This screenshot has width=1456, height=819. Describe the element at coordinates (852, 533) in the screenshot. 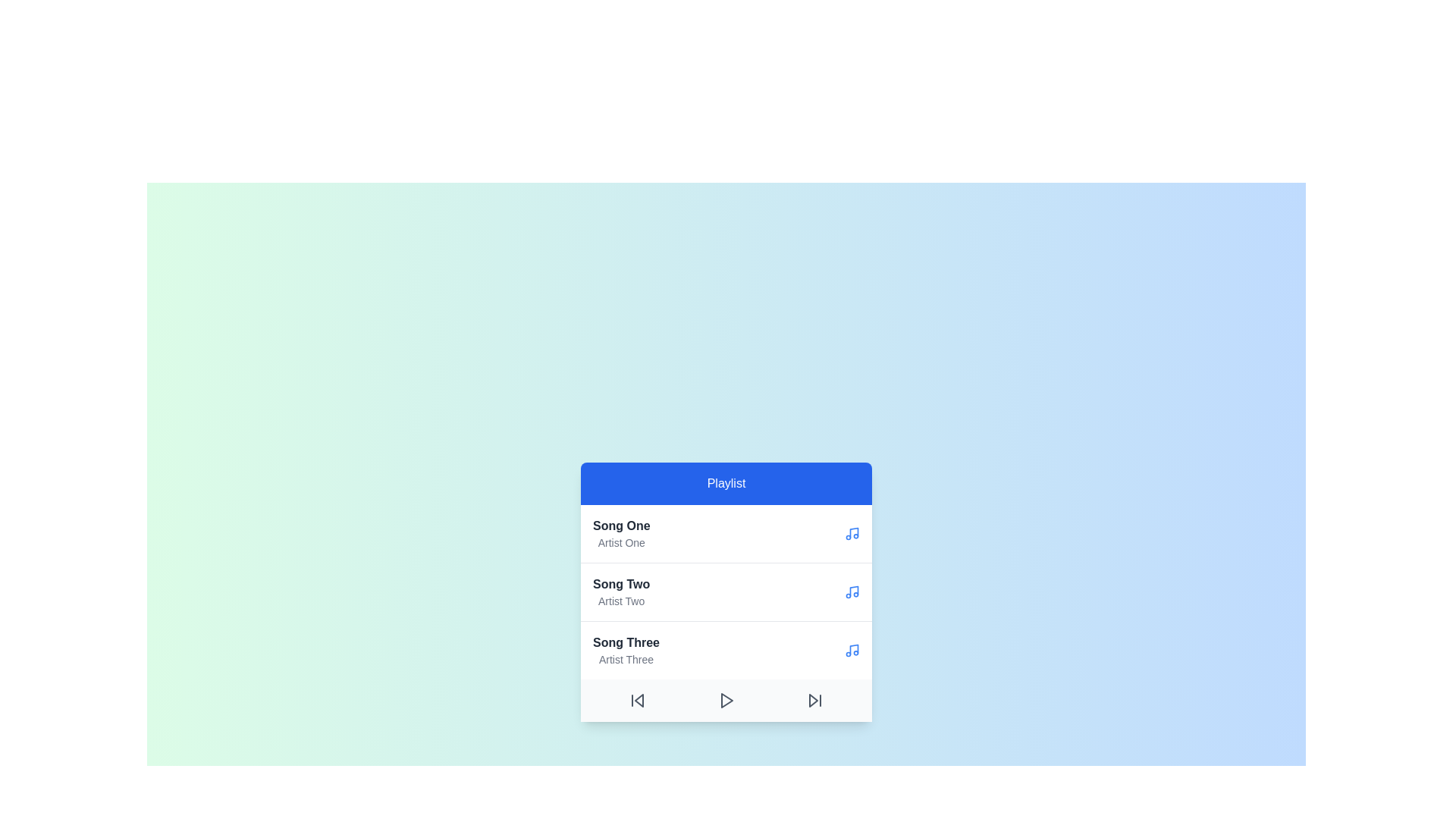

I see `the music icon beside the song Song One` at that location.